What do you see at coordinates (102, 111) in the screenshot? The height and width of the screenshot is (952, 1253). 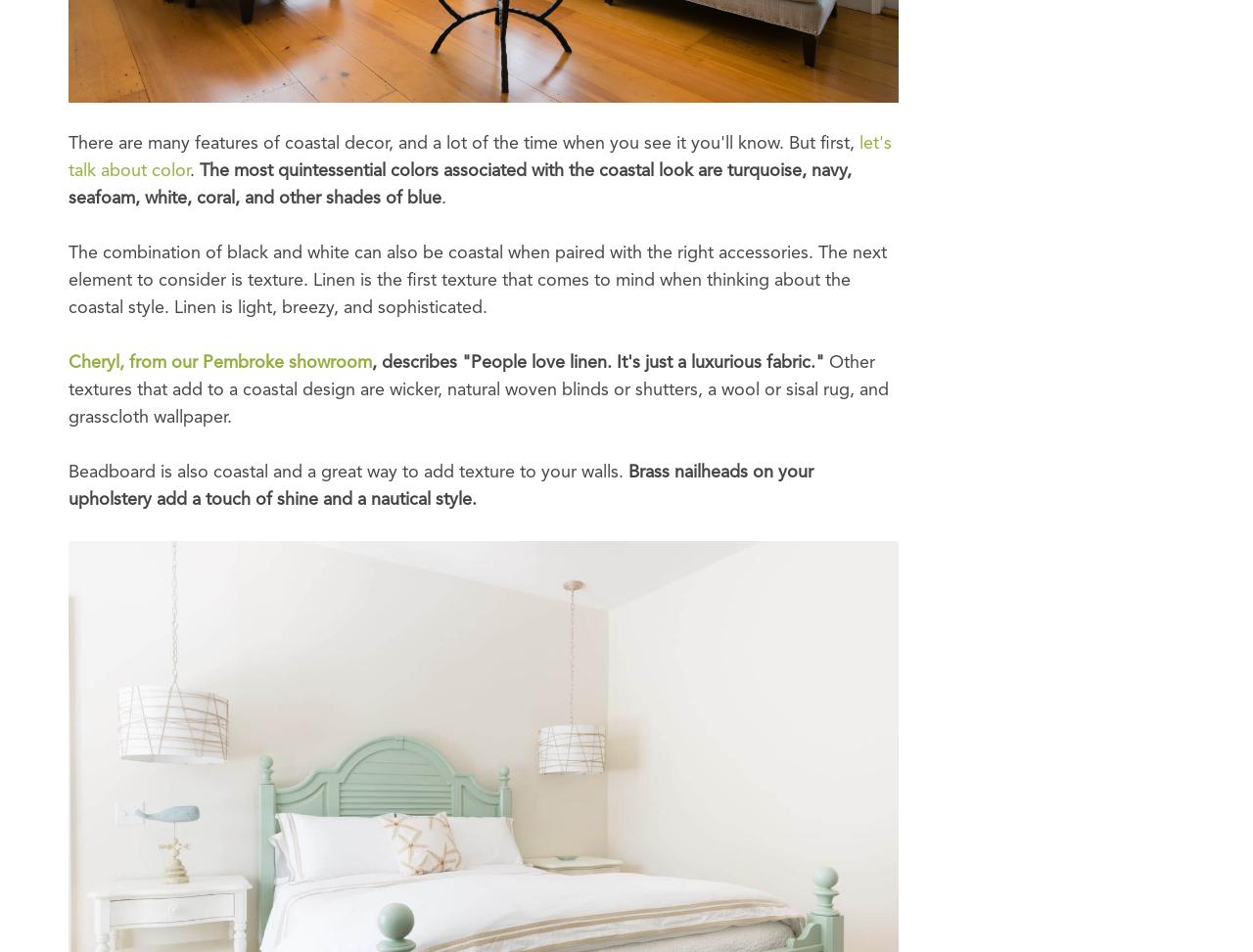 I see `'About Us'` at bounding box center [102, 111].